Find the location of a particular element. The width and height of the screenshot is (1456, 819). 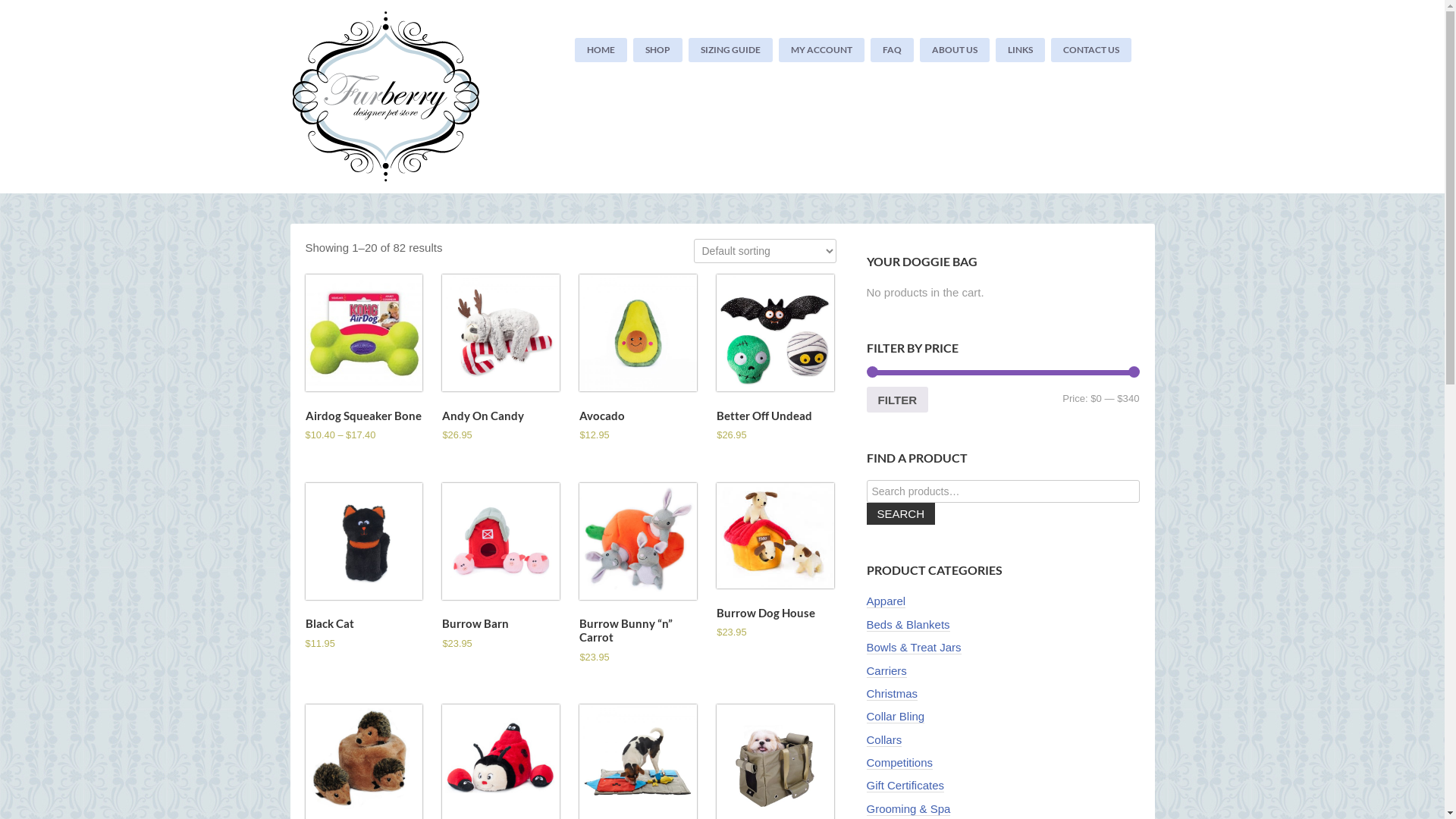

'Gift Certificates' is located at coordinates (905, 785).